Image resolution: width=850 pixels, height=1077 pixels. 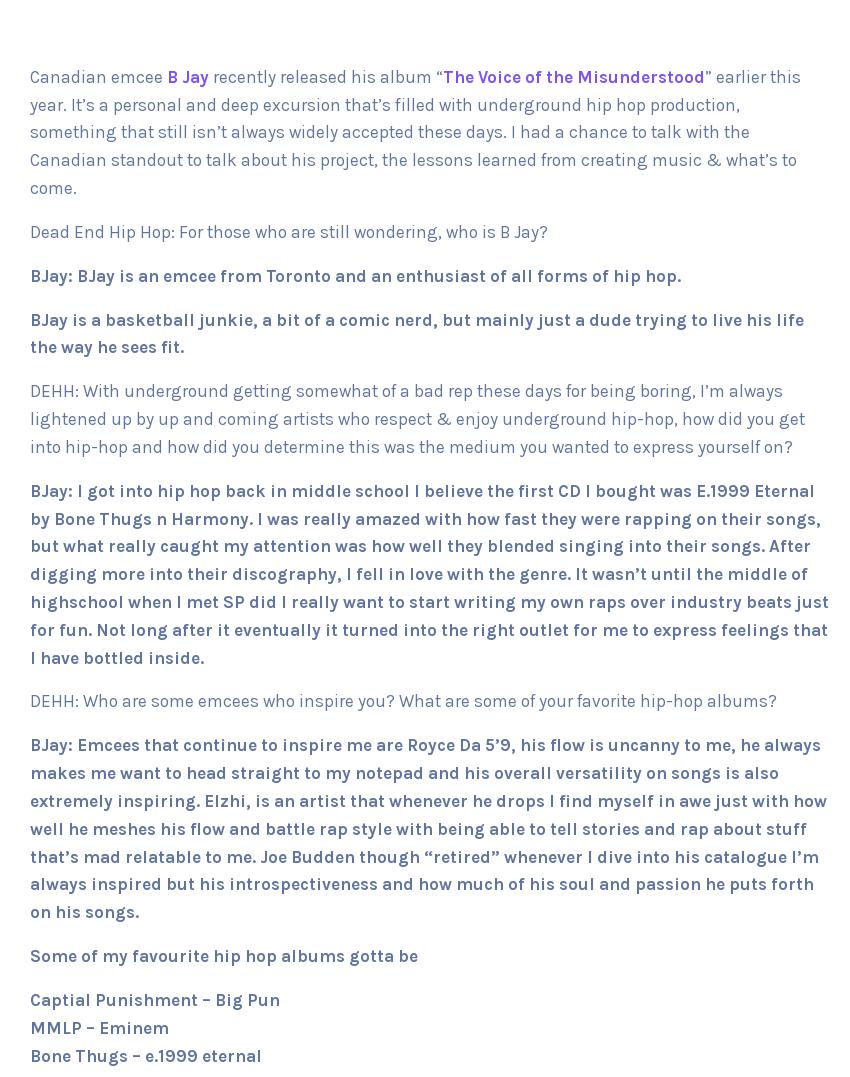 What do you see at coordinates (427, 828) in the screenshot?
I see `'BJay: Emcees that continue to inspire me are Royce Da 5’9, his flow is uncanny to me, he always makes me want to head straight to my notepad and his overall versatility on songs is also extremely inspiring. Elzhi, is an artist that whenever he drops I find myself in awe just with how well he meshes his flow and battle rap style with being able to tell stories and rap about stuff that’s mad relatable to me. Joe Budden though “retired” whenever I dive into his catalogue I’m always inspired but his introspectiveness and how much of his soul and passion he puts forth on his songs.'` at bounding box center [427, 828].